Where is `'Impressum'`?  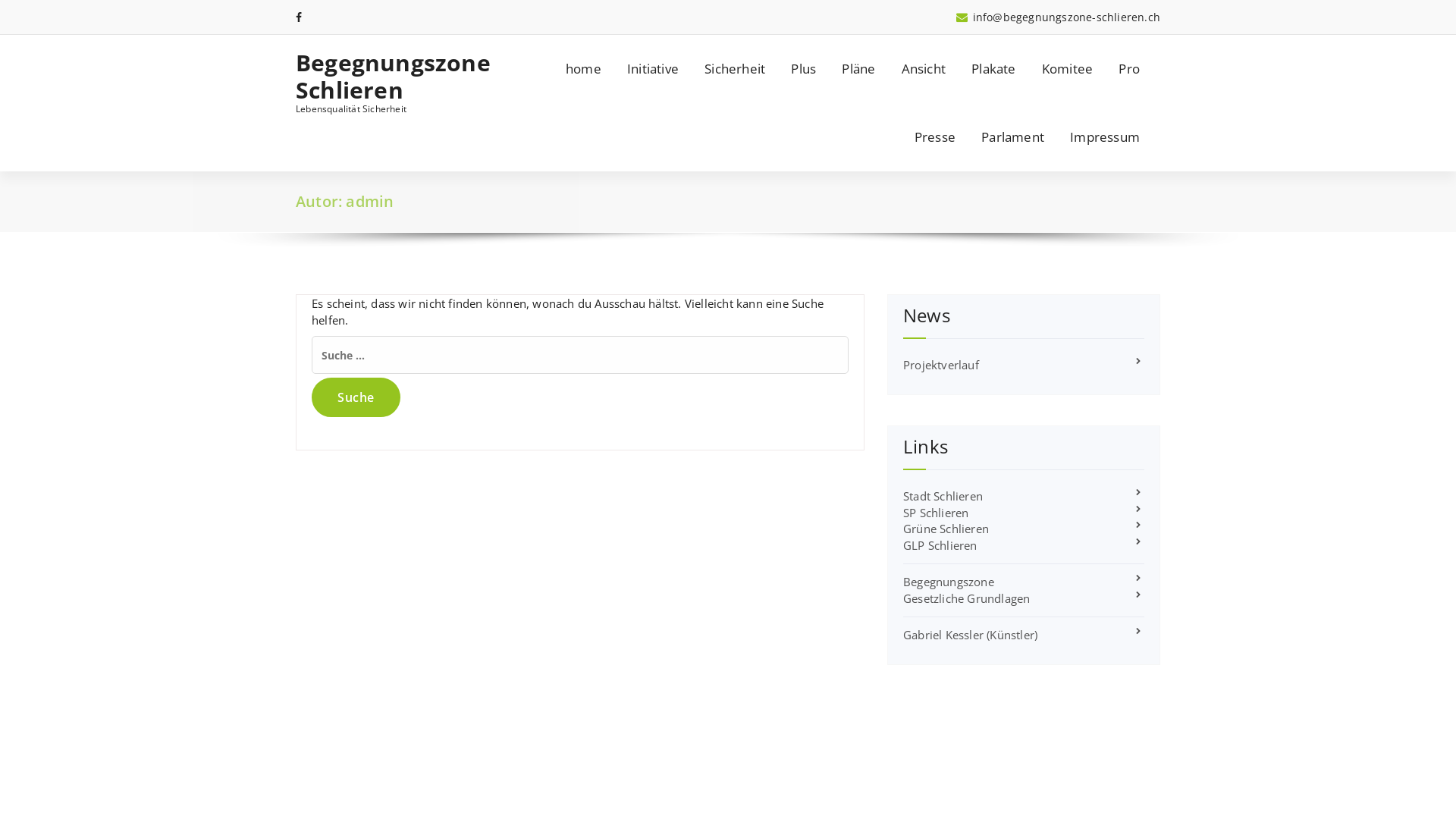 'Impressum' is located at coordinates (1057, 137).